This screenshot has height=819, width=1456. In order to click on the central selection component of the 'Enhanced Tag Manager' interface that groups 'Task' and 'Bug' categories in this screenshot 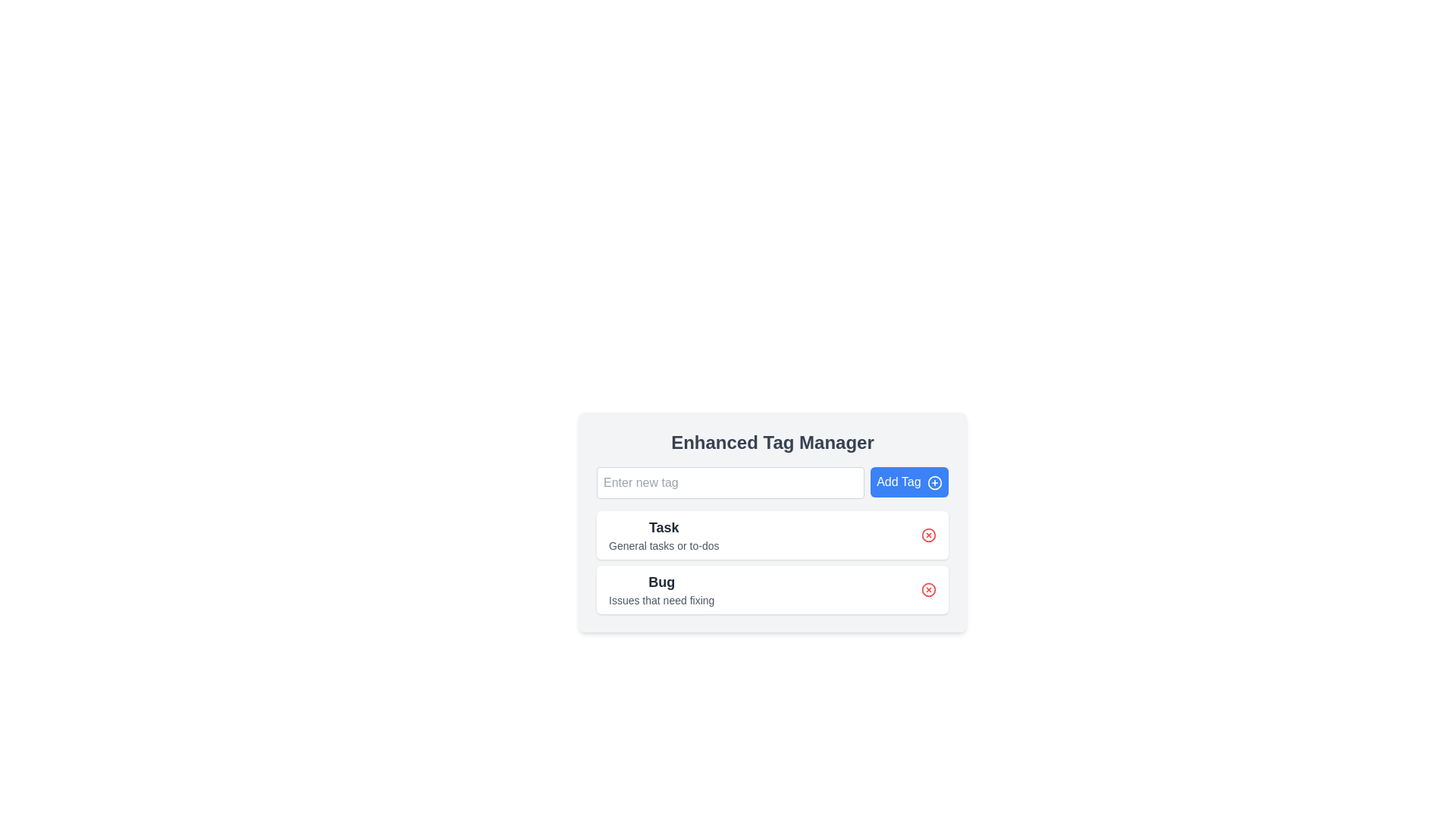, I will do `click(772, 562)`.